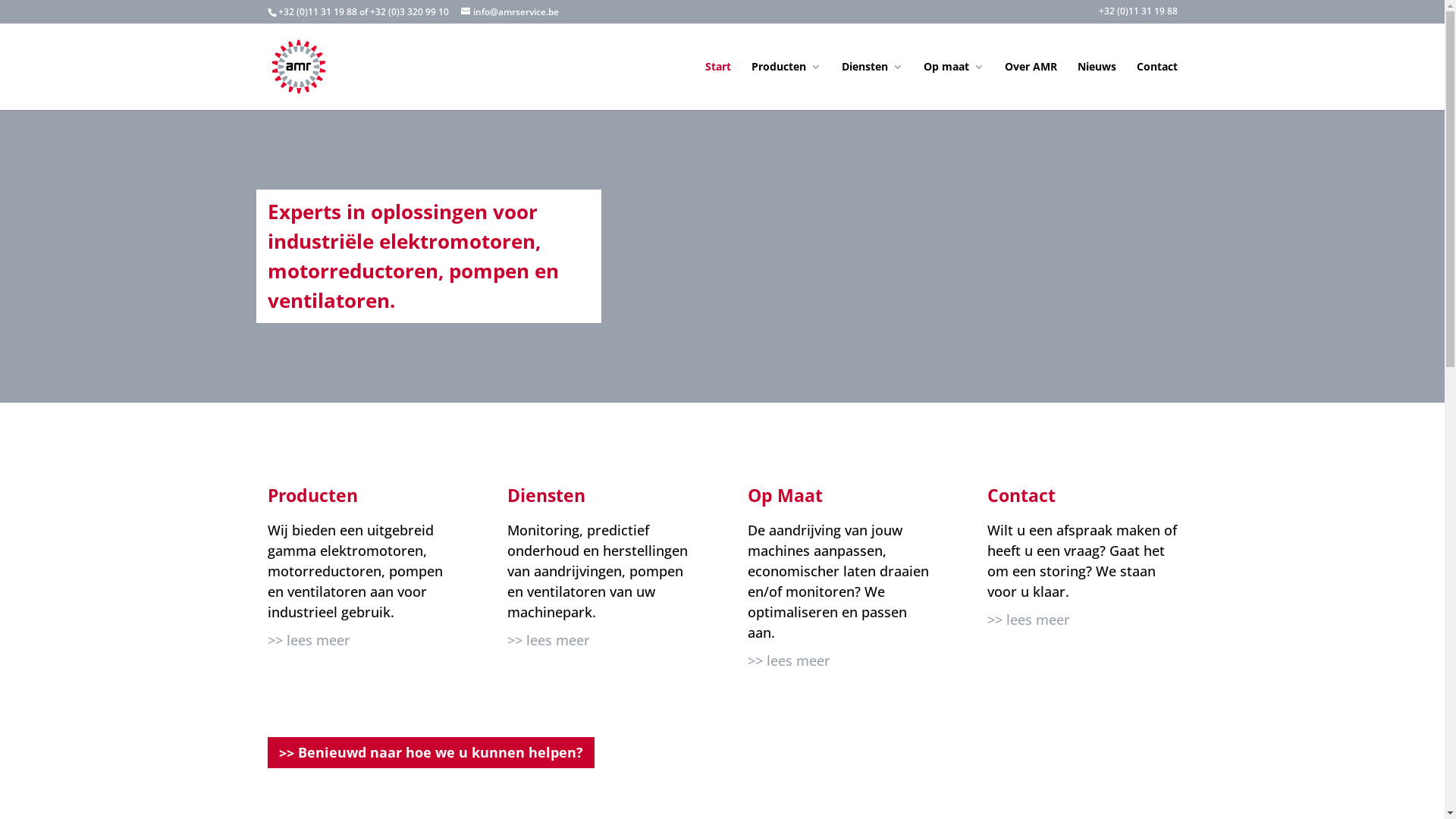 Image resolution: width=1456 pixels, height=819 pixels. I want to click on 'Op maat', so click(952, 85).